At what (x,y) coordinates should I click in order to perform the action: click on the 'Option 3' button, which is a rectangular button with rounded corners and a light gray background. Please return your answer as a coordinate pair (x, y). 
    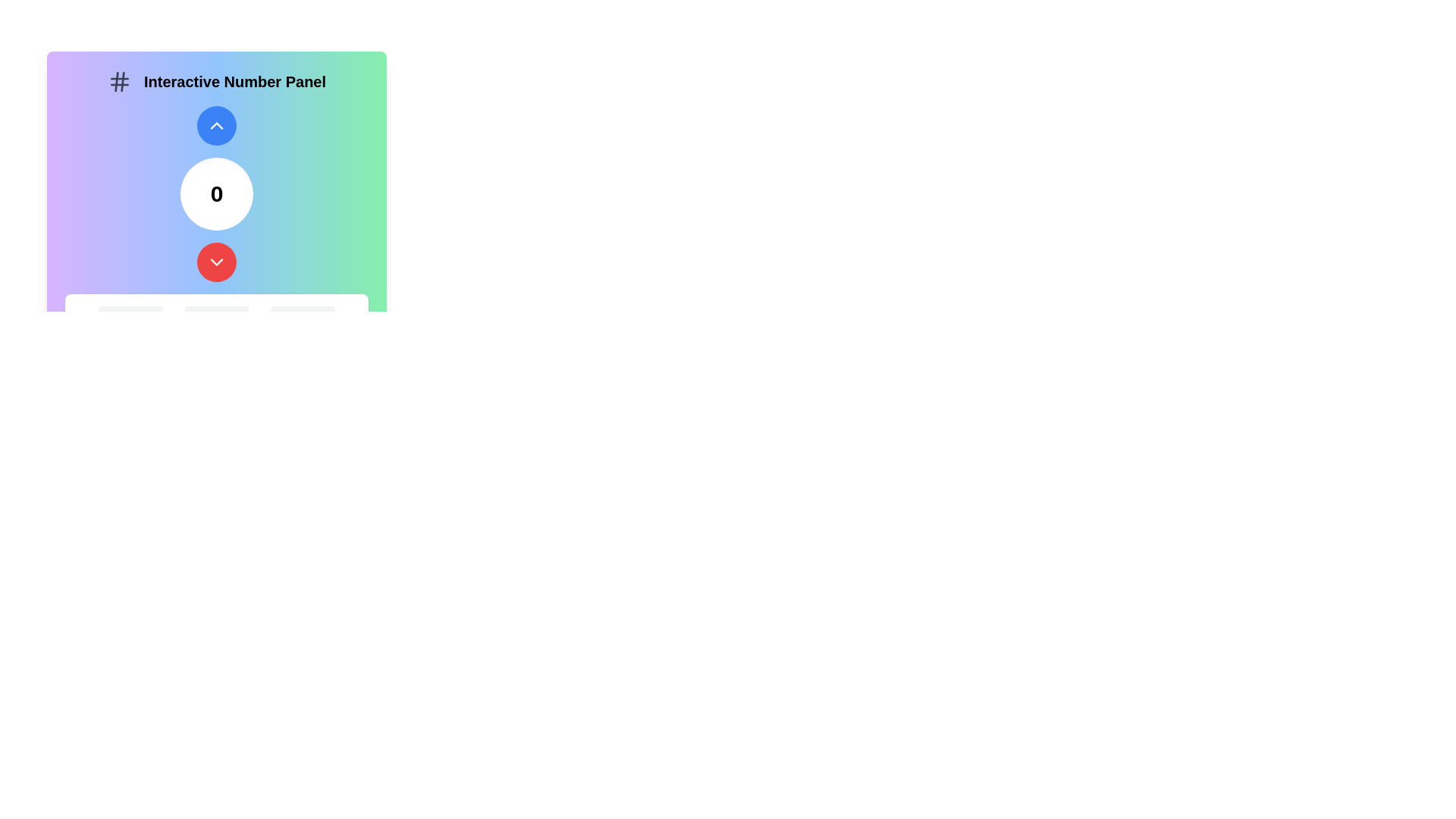
    Looking at the image, I should click on (303, 318).